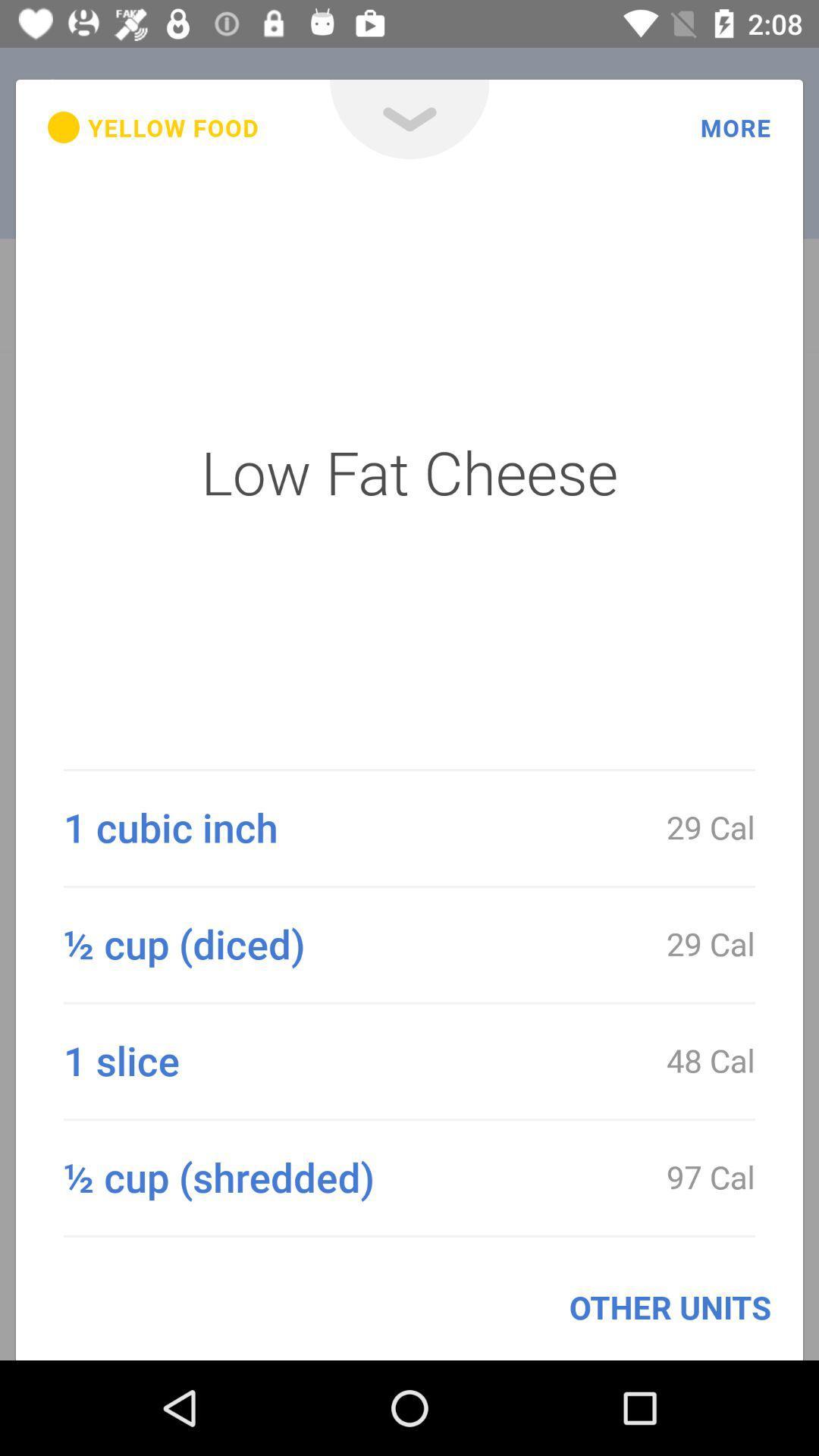  Describe the element at coordinates (409, 118) in the screenshot. I see `the item above the low fat cheese icon` at that location.